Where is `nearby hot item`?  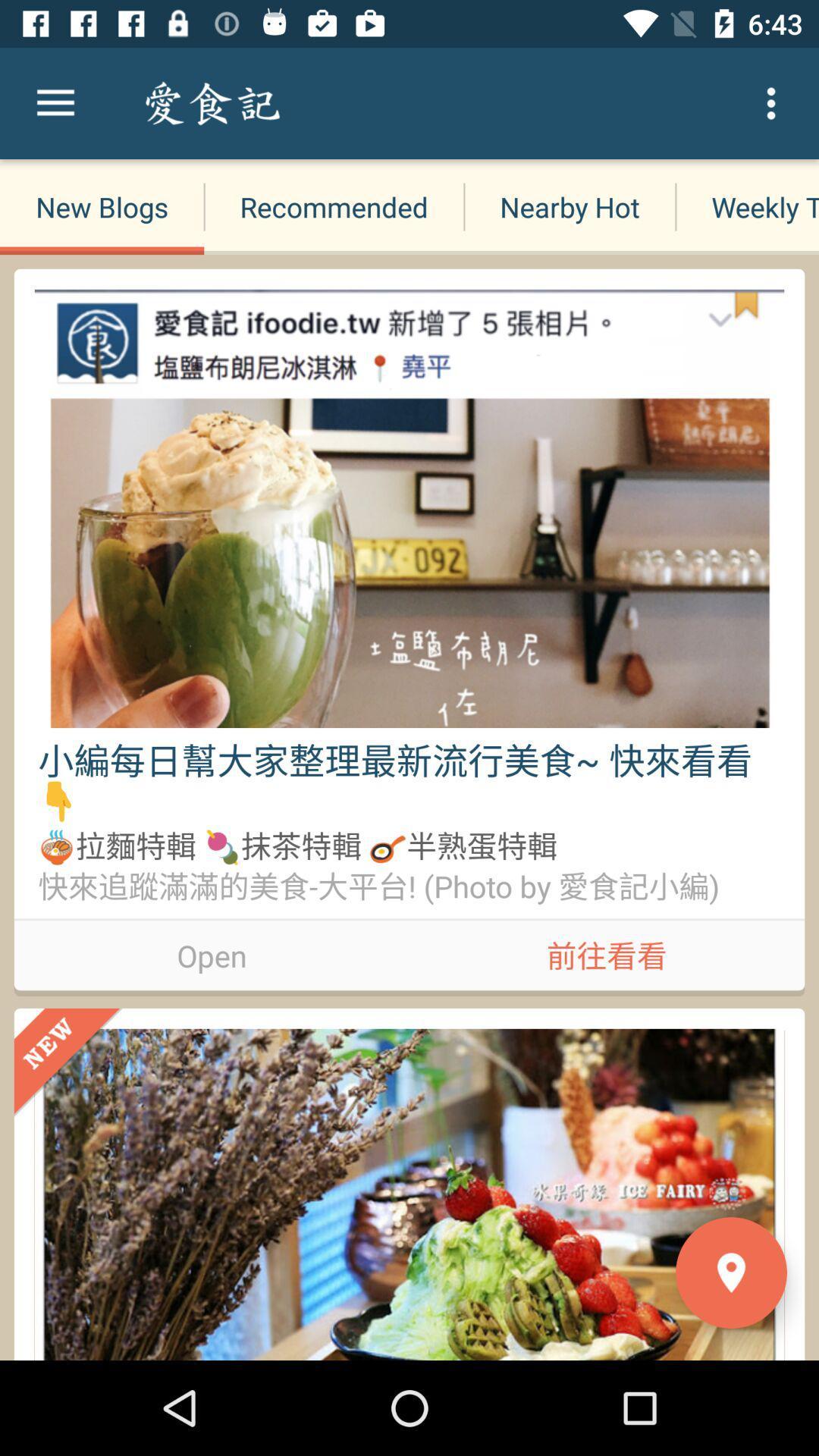 nearby hot item is located at coordinates (570, 206).